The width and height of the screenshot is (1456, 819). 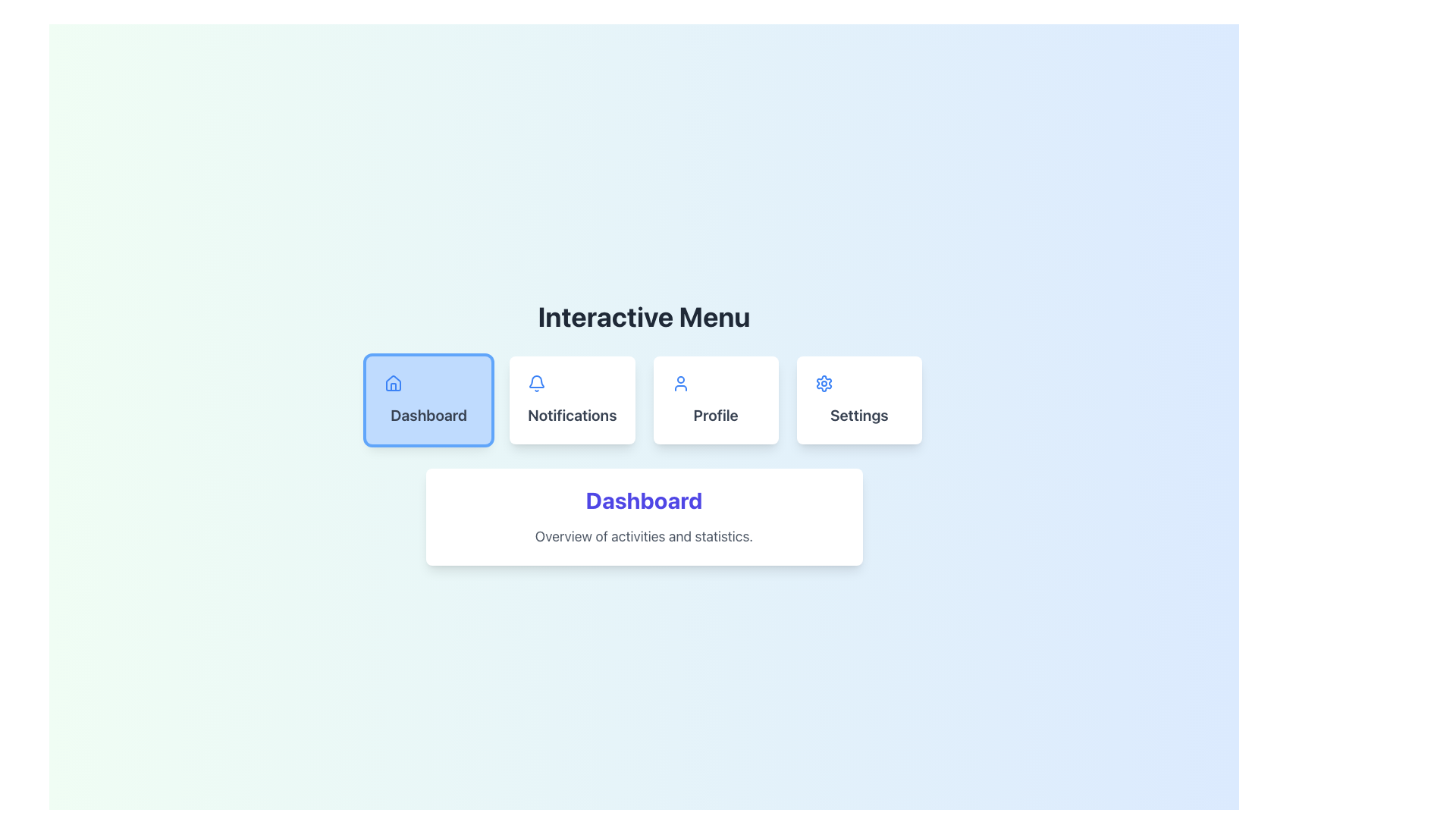 What do you see at coordinates (537, 382) in the screenshot?
I see `the blue bell-shaped notification icon located in the interactive menu section, positioned between the 'Dashboard' and 'Profile' menu items` at bounding box center [537, 382].